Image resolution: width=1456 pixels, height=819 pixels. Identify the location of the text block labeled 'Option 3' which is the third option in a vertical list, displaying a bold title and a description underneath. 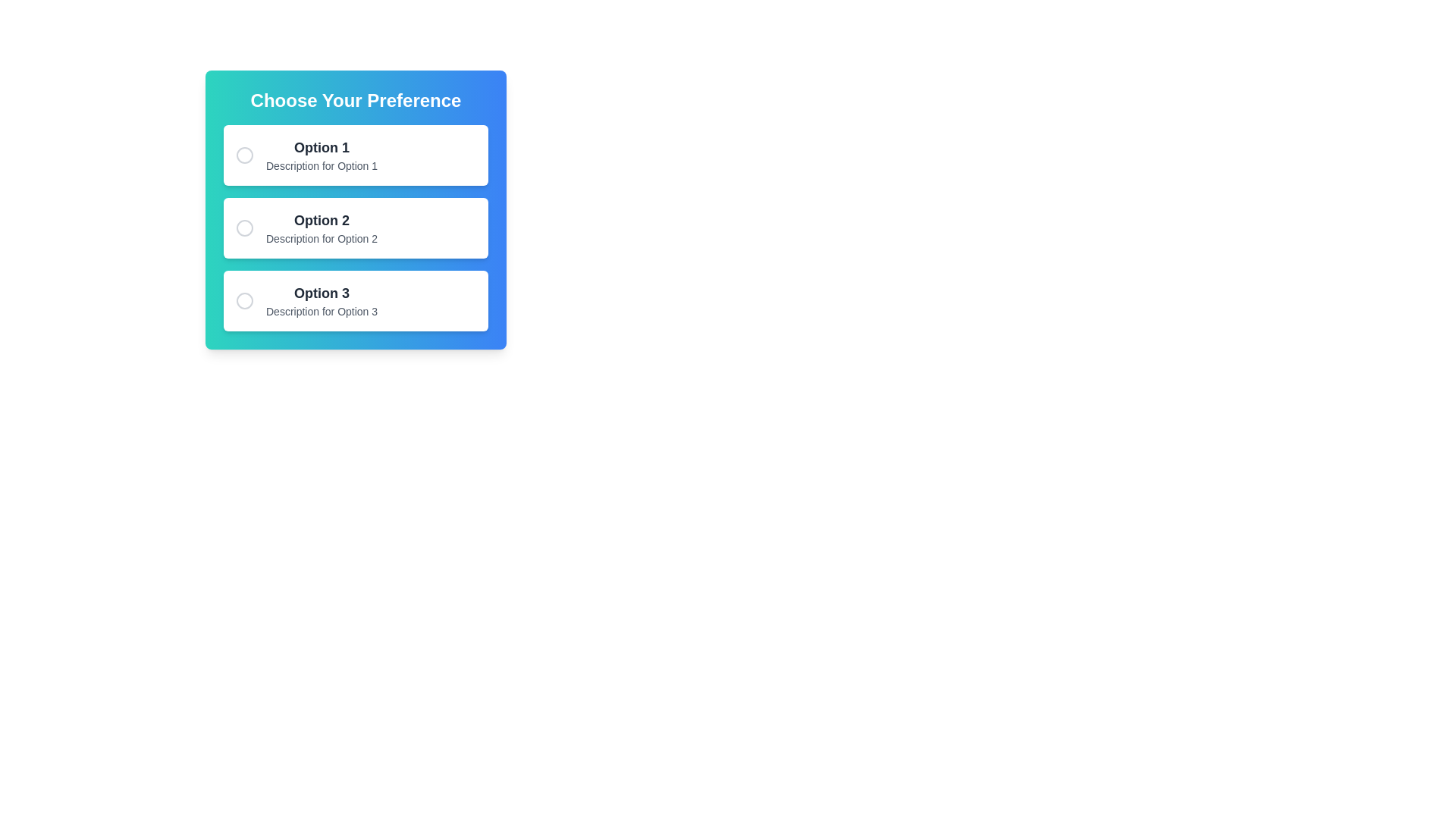
(321, 301).